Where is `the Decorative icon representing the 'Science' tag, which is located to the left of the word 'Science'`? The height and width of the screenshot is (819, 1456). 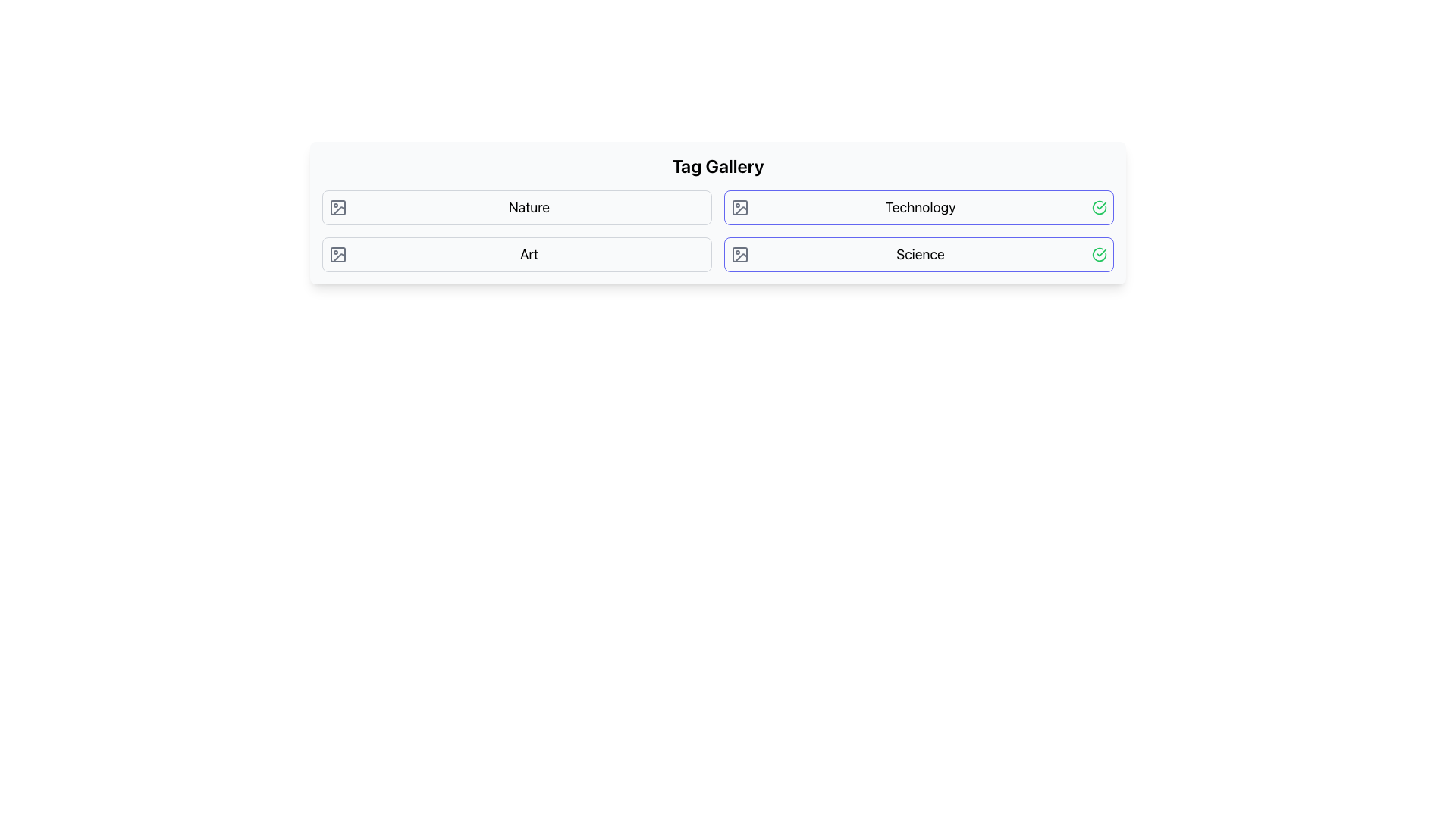 the Decorative icon representing the 'Science' tag, which is located to the left of the word 'Science' is located at coordinates (739, 253).